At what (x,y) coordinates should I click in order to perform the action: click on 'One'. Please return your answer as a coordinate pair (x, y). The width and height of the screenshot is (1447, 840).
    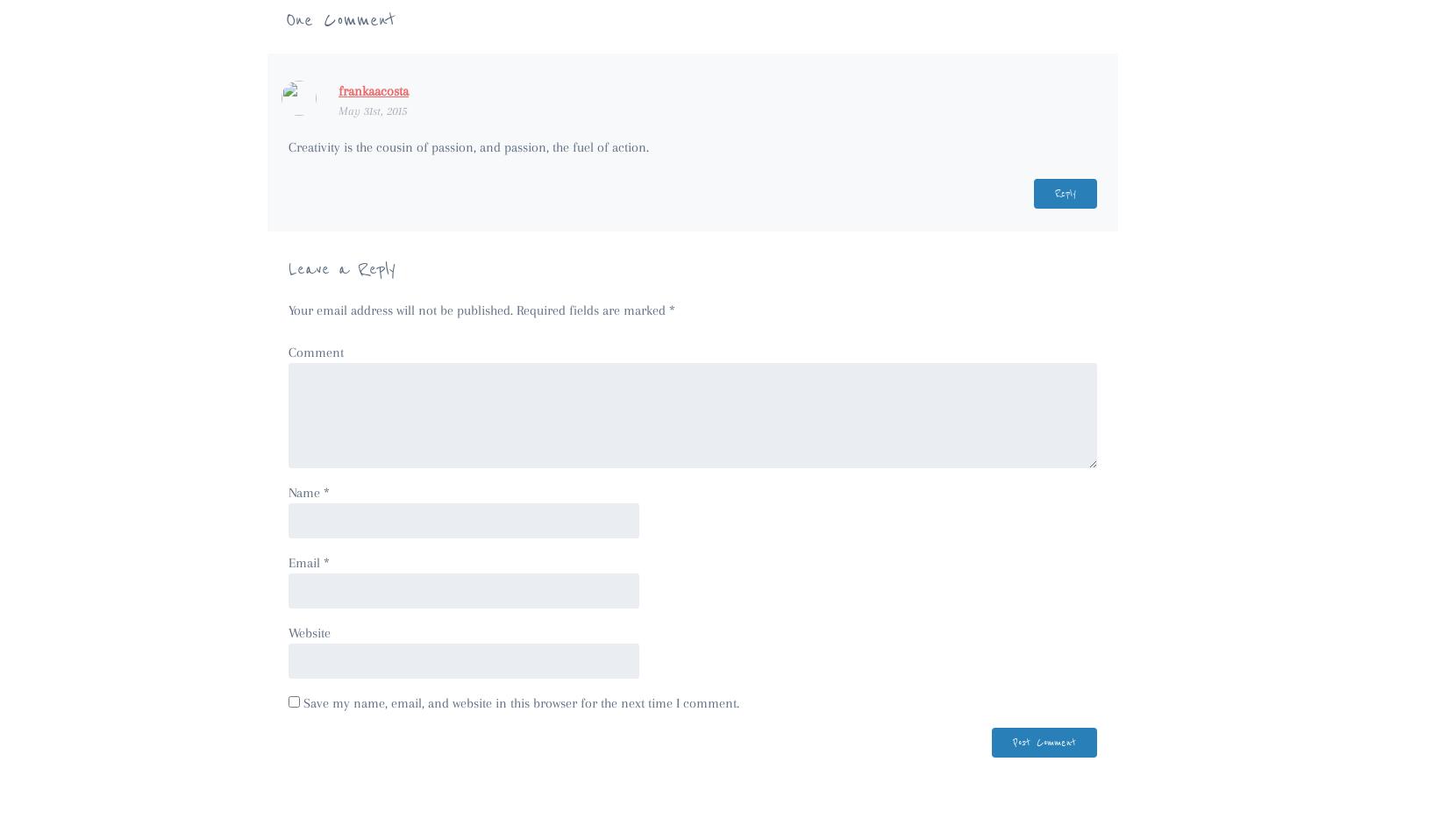
    Looking at the image, I should click on (299, 18).